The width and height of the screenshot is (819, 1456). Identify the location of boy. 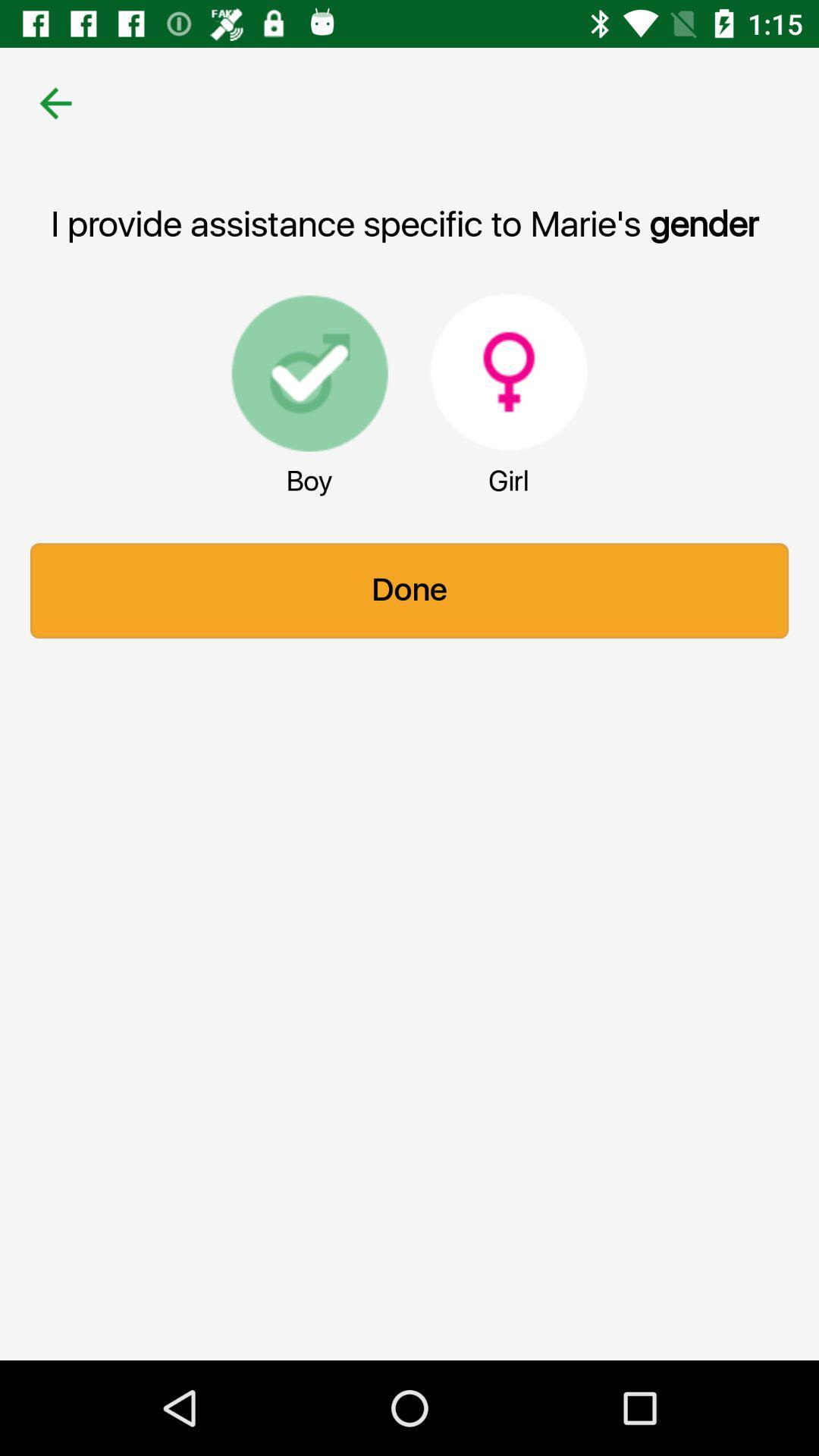
(309, 372).